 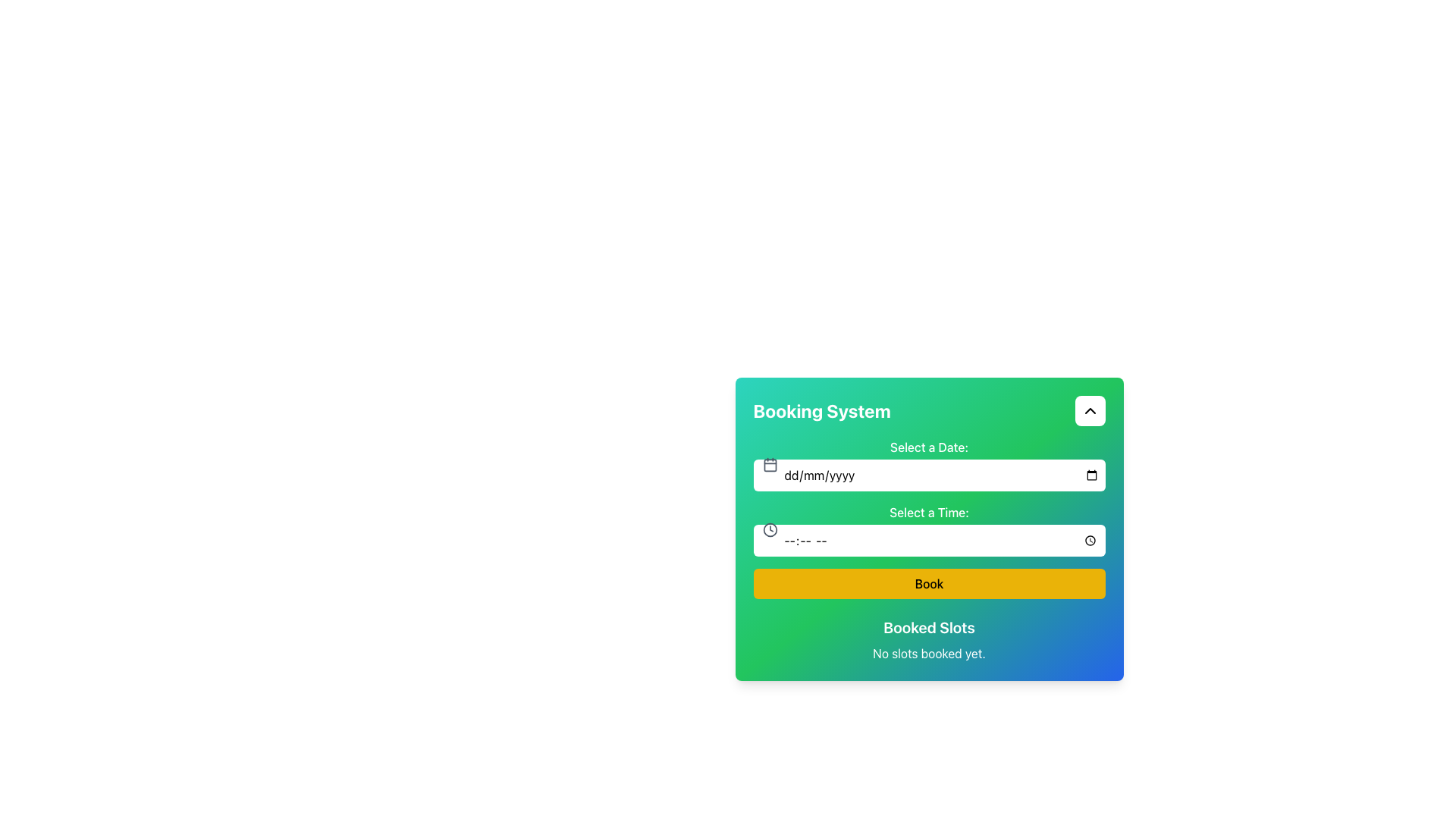 What do you see at coordinates (928, 628) in the screenshot?
I see `the header text label in the 'Booked Slots' section that introduces the information about booked slots, positioned above the text 'No slots booked yet.'` at bounding box center [928, 628].